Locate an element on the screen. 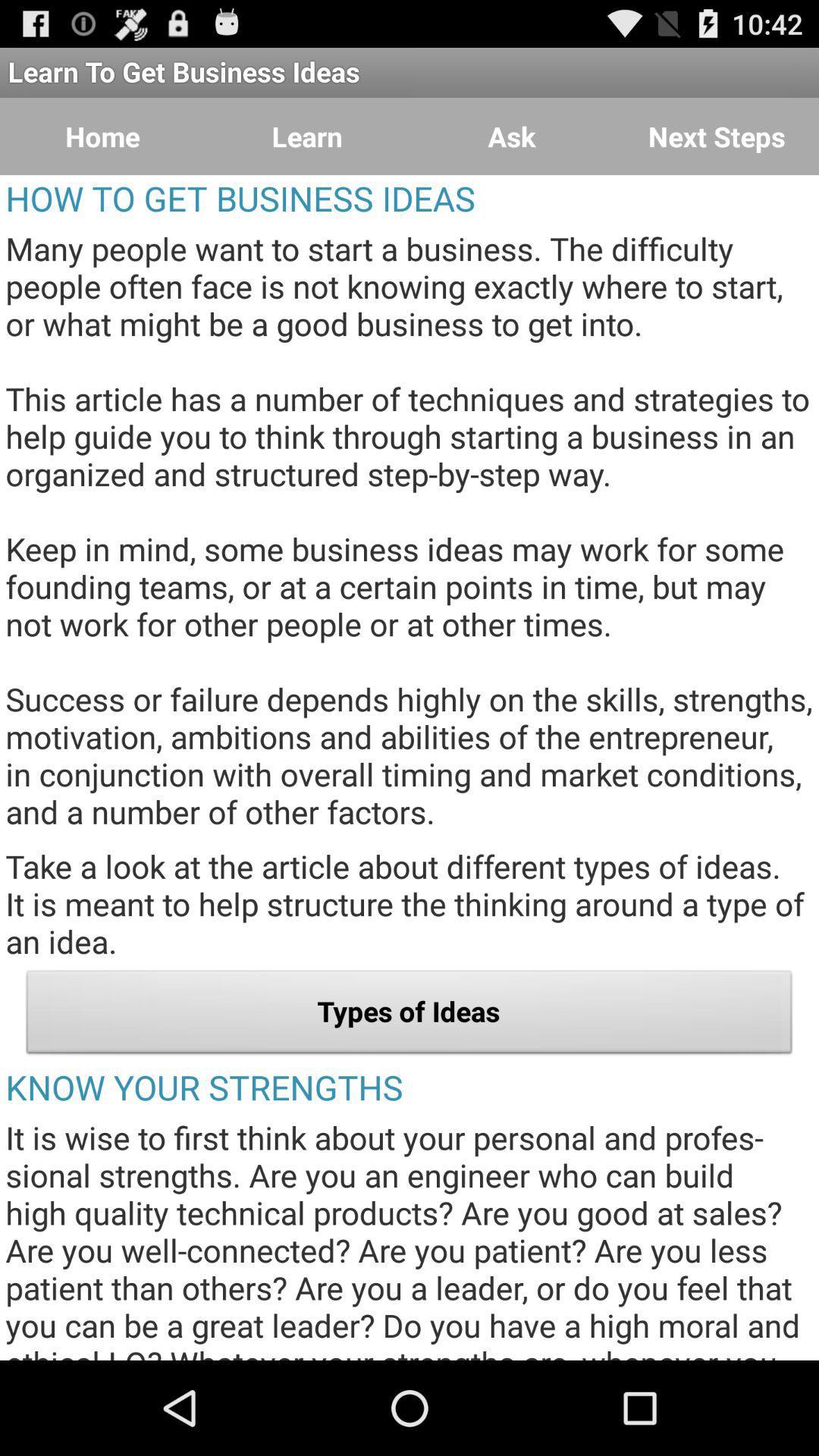  the next steps icon is located at coordinates (717, 136).